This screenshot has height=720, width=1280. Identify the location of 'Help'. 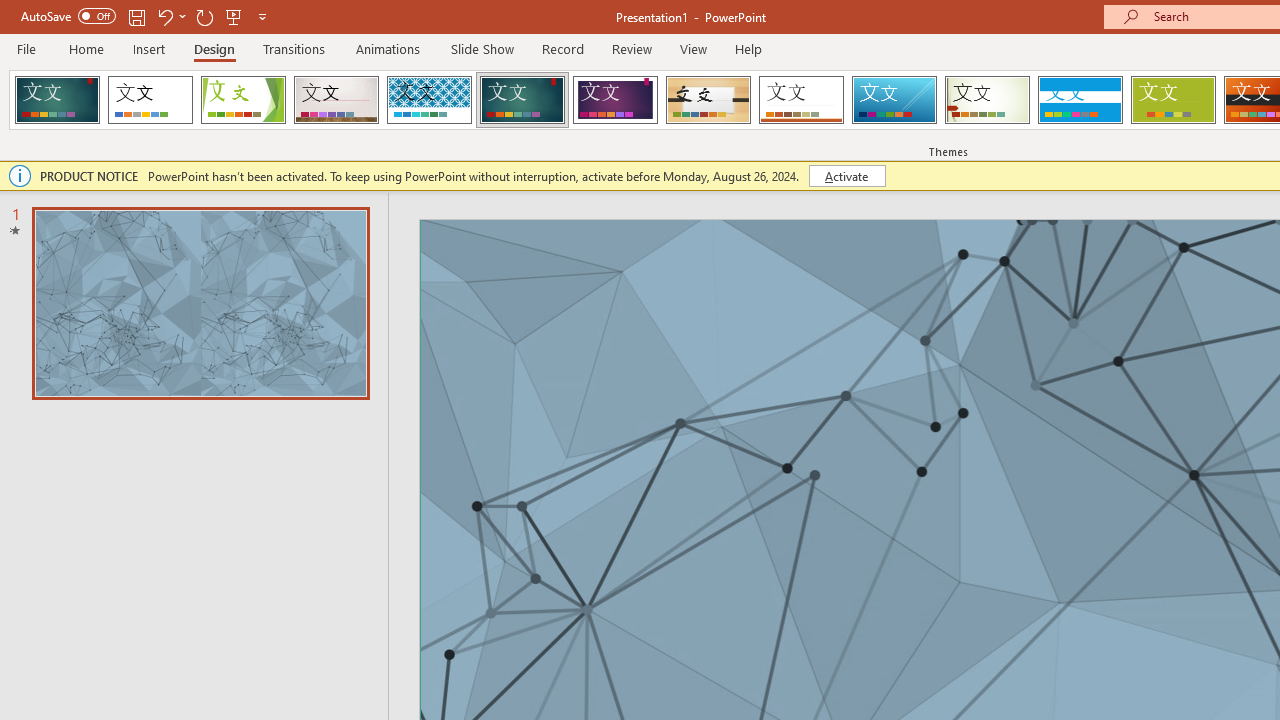
(747, 48).